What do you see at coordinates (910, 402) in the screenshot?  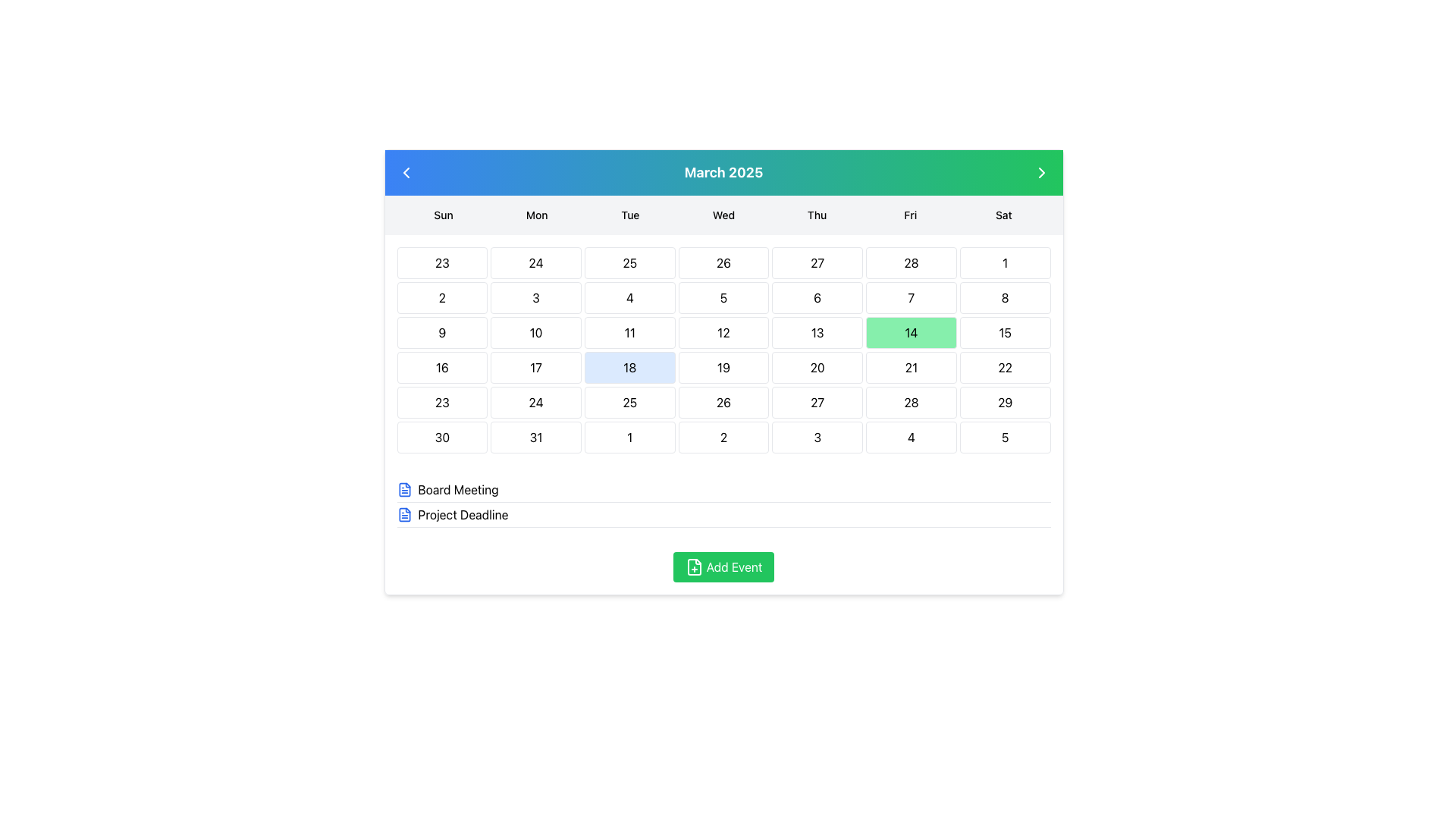 I see `the button representing the calendar date (28th) located in the Friday column of the calendar grid` at bounding box center [910, 402].